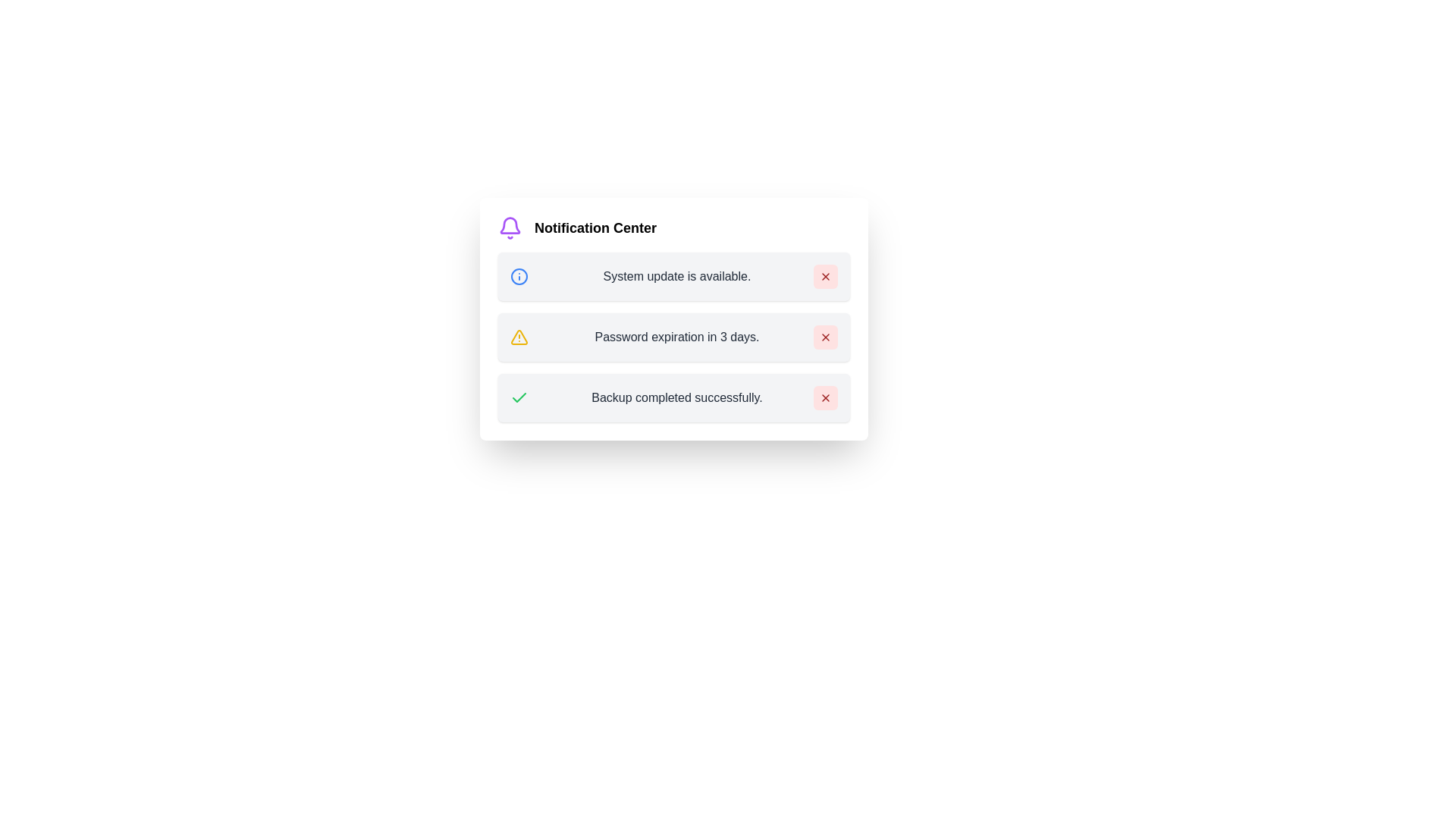 The width and height of the screenshot is (1456, 819). I want to click on close button for System update is available. to dismiss it, so click(825, 277).